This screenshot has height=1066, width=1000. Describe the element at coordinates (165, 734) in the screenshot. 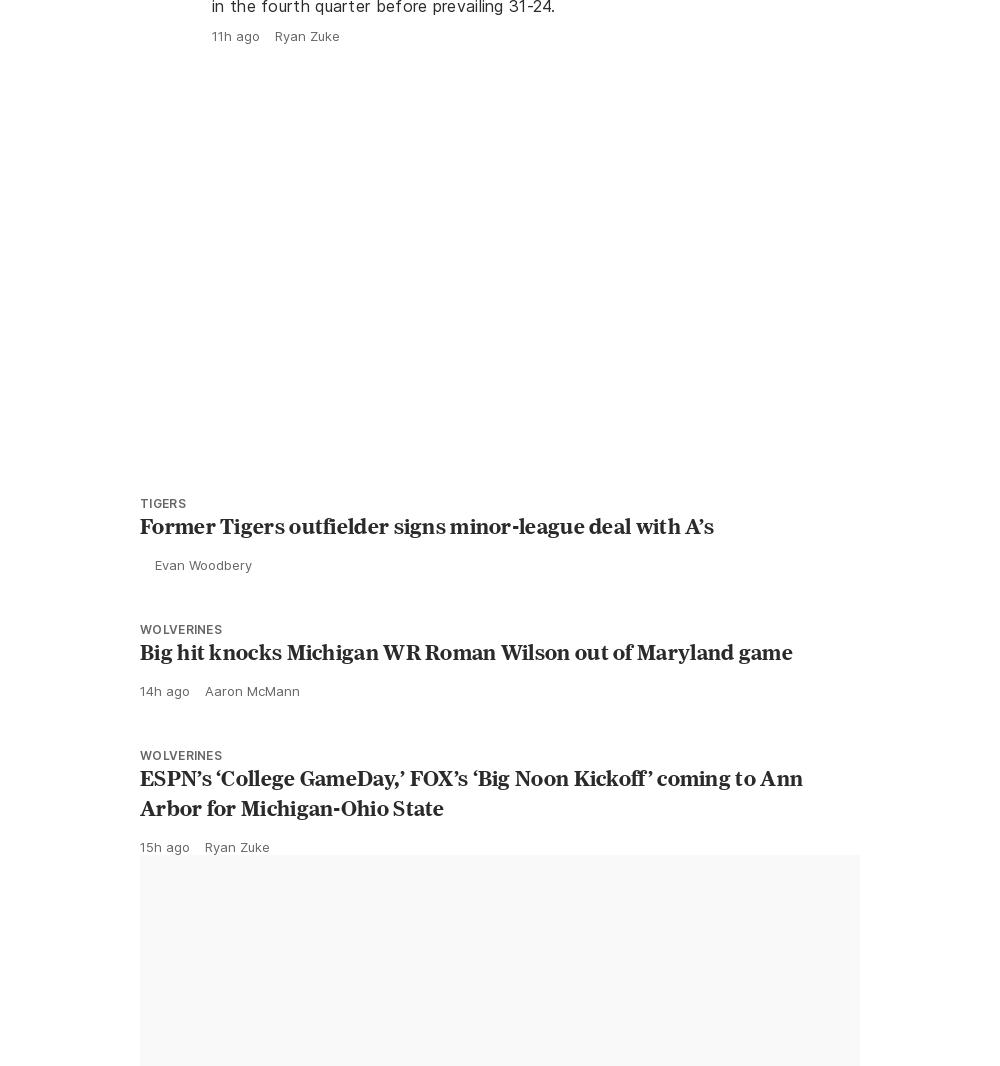

I see `'14h ago'` at that location.